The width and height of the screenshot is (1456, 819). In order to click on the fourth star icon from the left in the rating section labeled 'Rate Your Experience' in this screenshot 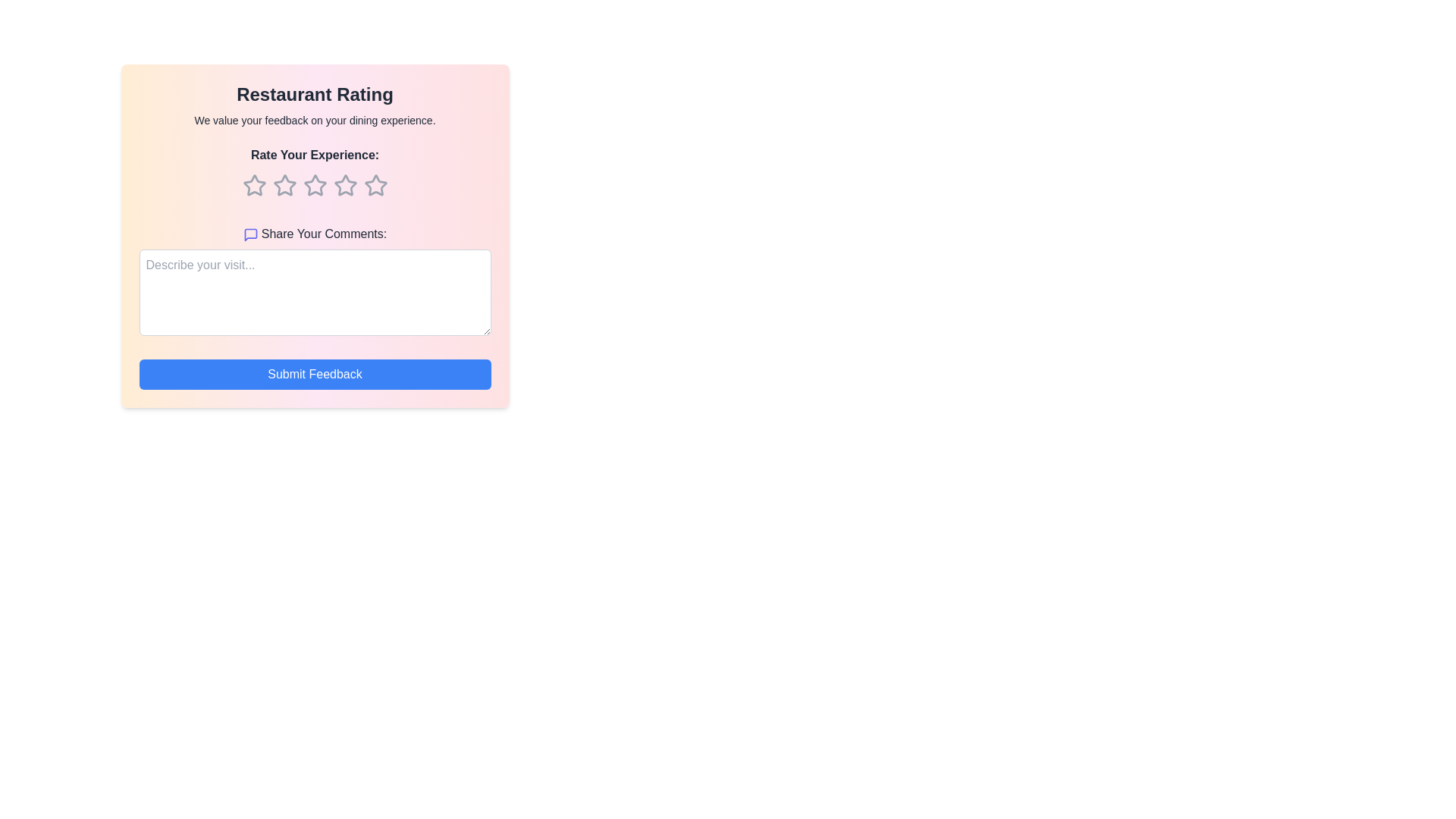, I will do `click(344, 185)`.